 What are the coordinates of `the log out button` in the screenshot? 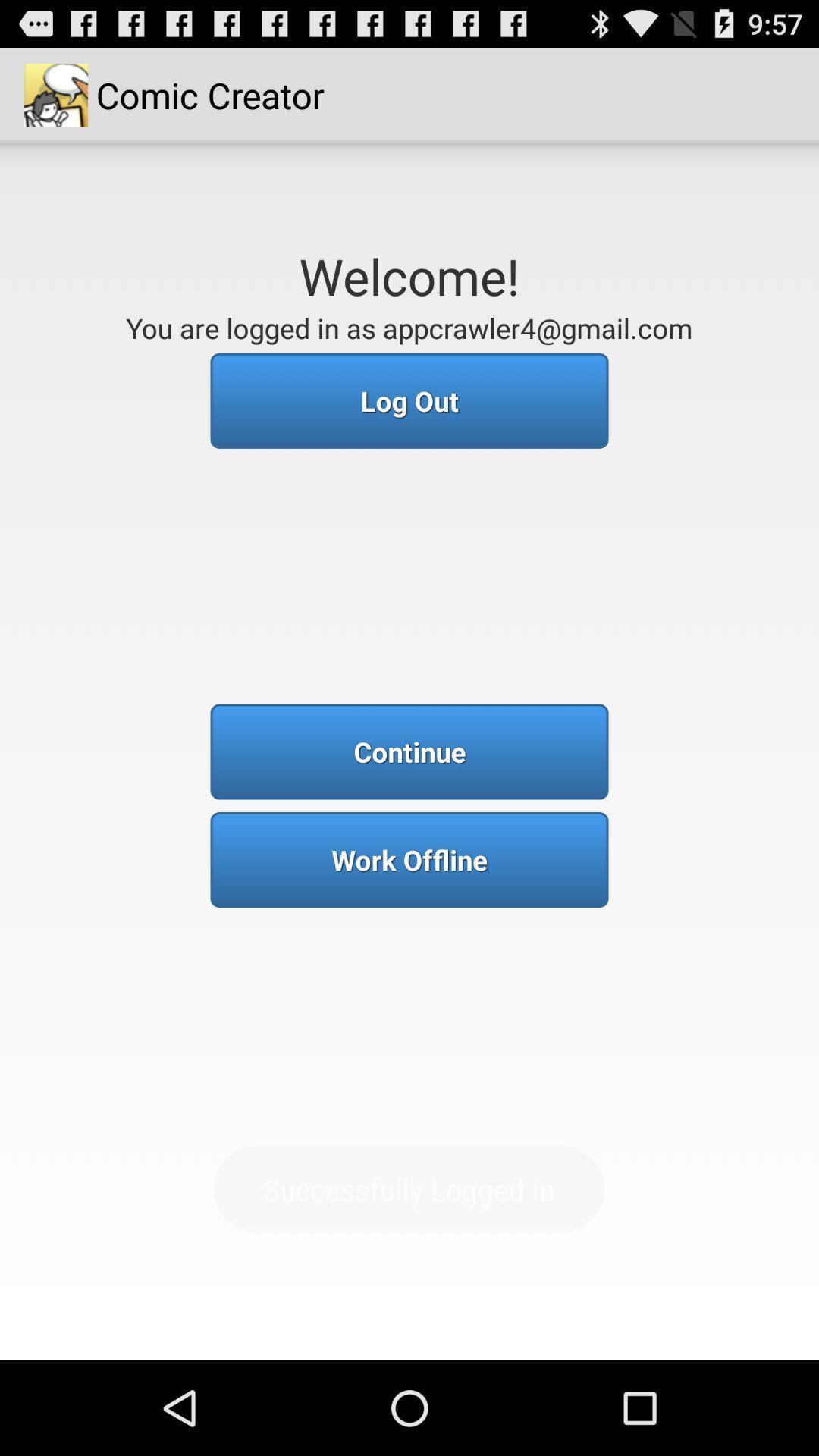 It's located at (409, 400).